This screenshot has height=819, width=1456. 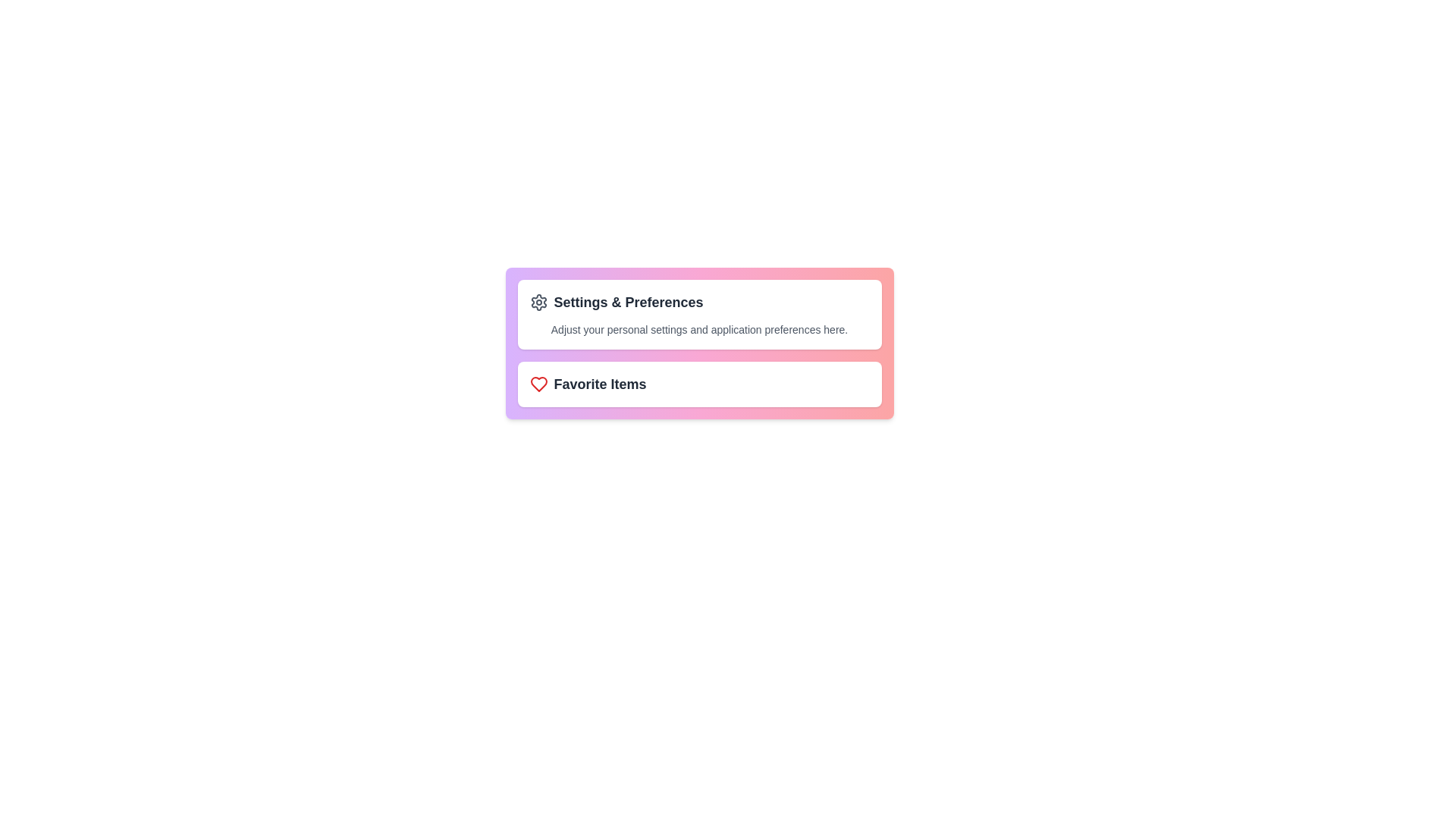 What do you see at coordinates (698, 302) in the screenshot?
I see `the Text with icon label that serves as the header of the settings panel to trigger additional details or tooltips` at bounding box center [698, 302].